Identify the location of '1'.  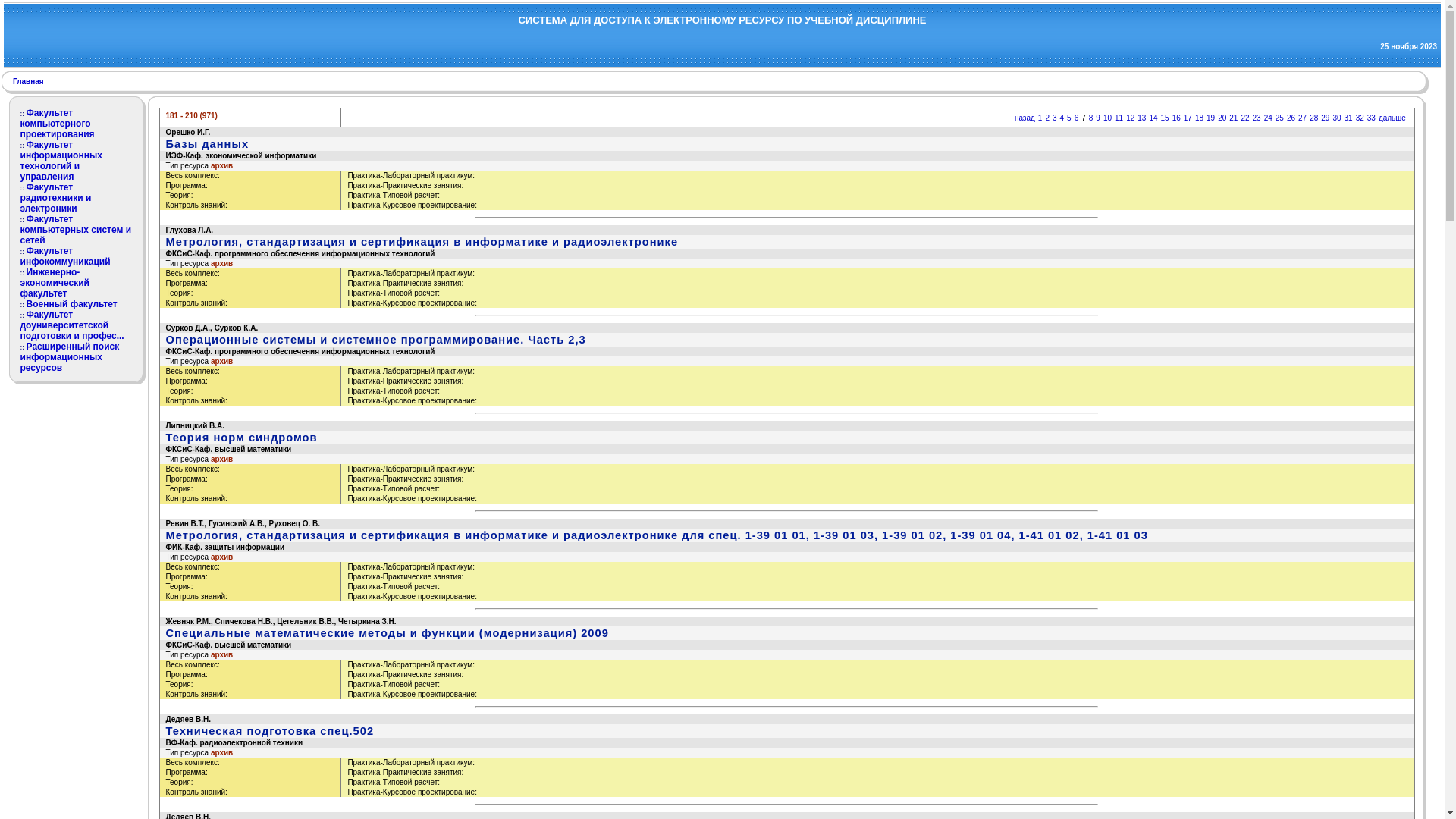
(1037, 117).